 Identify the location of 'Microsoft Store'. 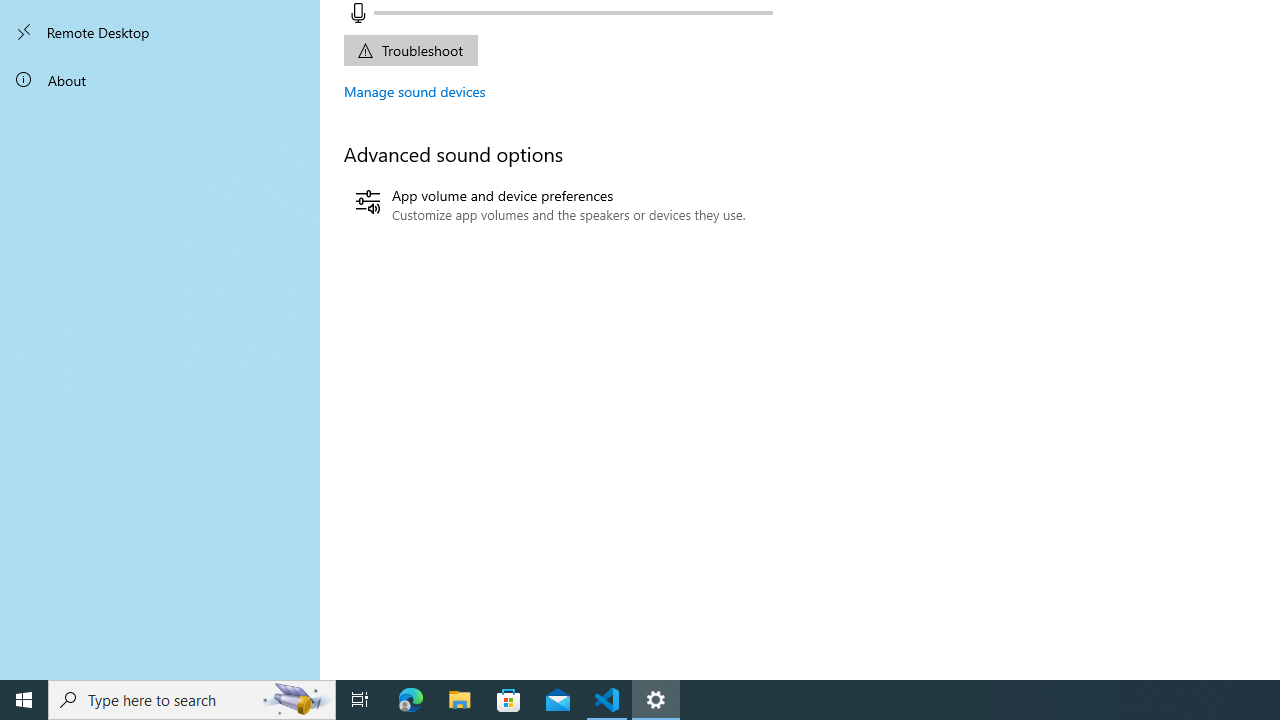
(509, 698).